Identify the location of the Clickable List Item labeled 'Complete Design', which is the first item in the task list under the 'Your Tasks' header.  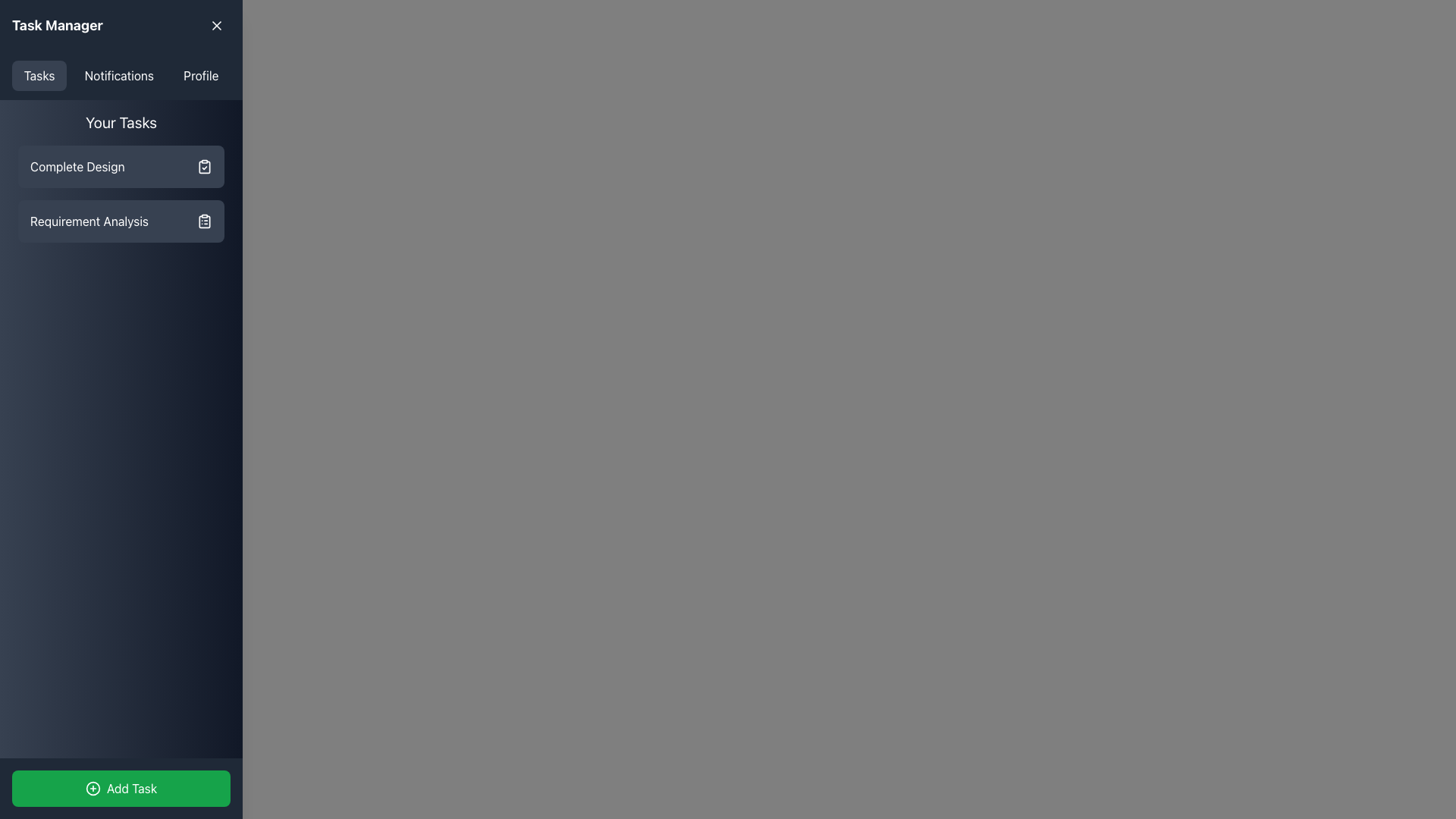
(120, 166).